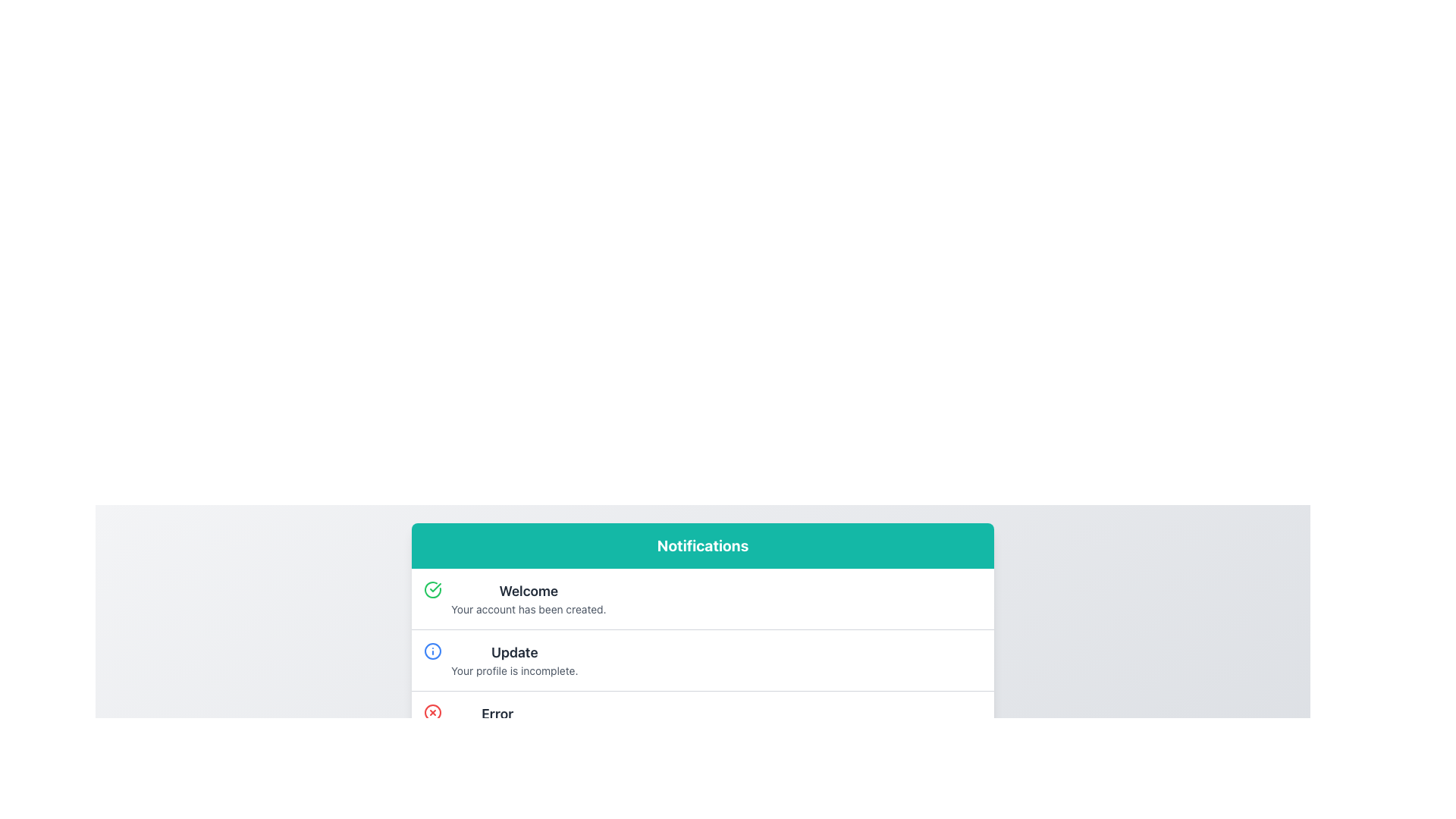  I want to click on the error notification icon located to the left of the text 'Error' in the third row of the notifications list within the 'Notifications' card UI module, so click(432, 713).